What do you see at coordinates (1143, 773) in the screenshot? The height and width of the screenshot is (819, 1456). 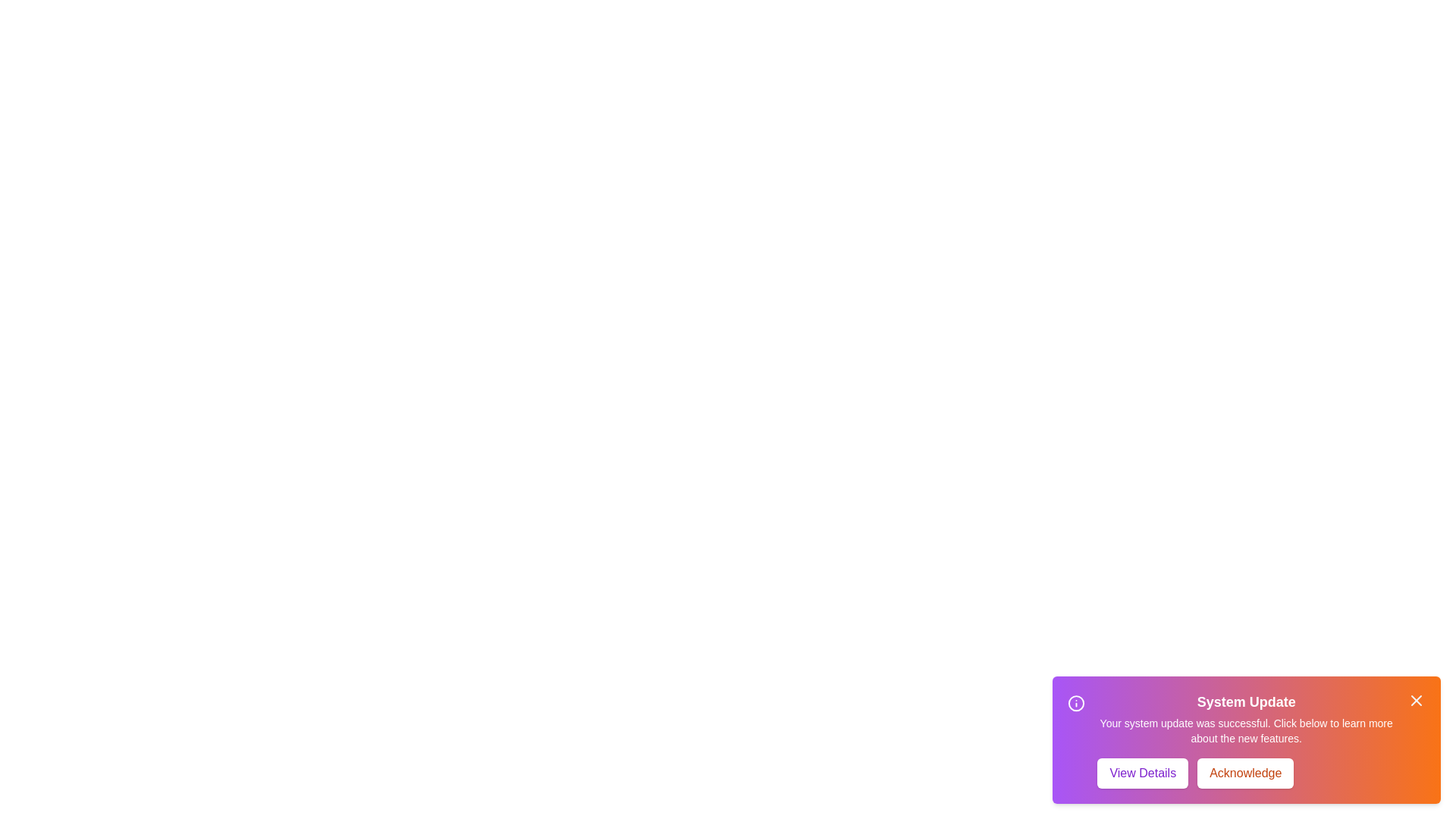 I see `the View Details button to perform the associated action` at bounding box center [1143, 773].